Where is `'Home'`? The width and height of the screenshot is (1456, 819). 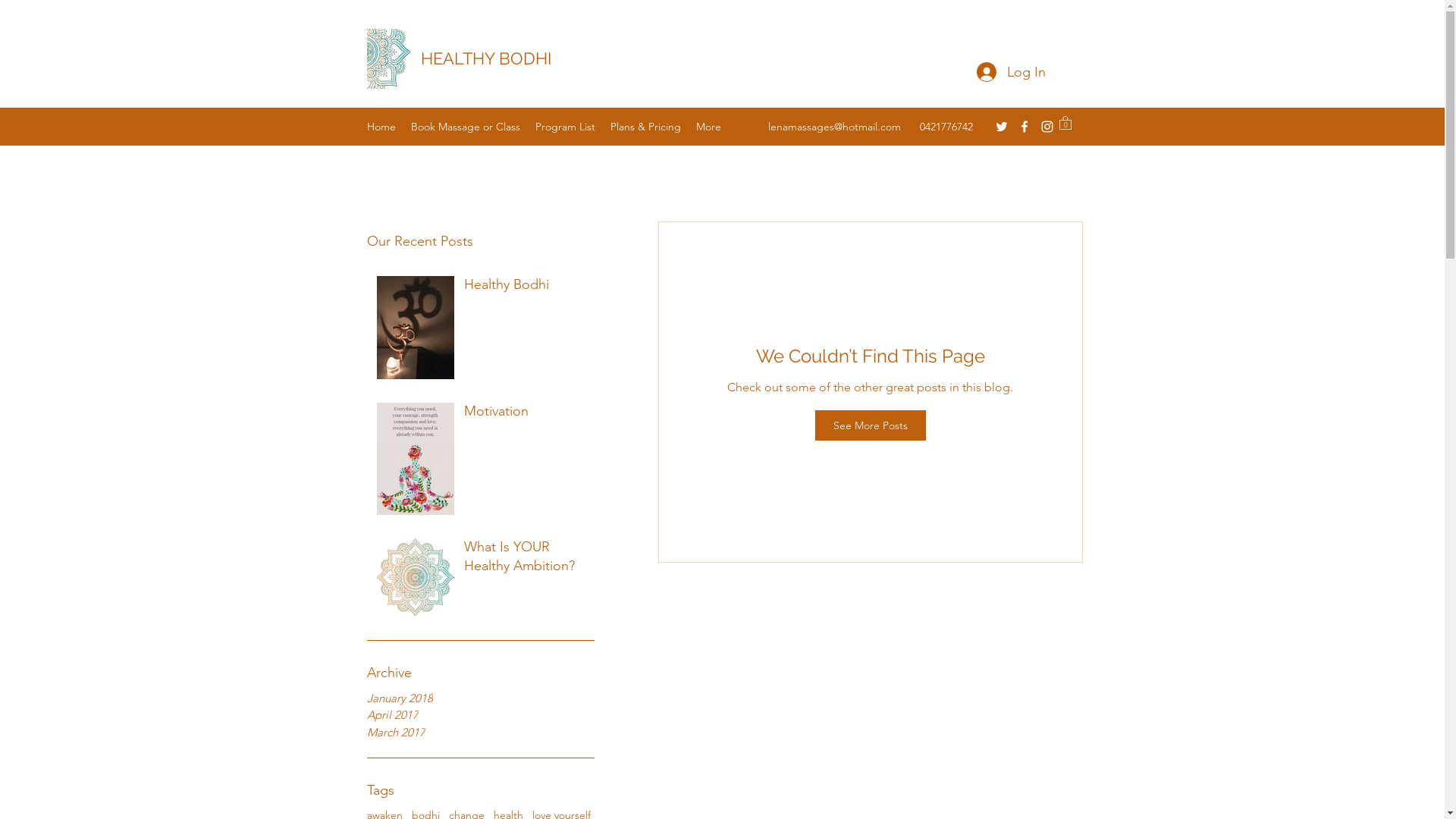
'Home' is located at coordinates (381, 125).